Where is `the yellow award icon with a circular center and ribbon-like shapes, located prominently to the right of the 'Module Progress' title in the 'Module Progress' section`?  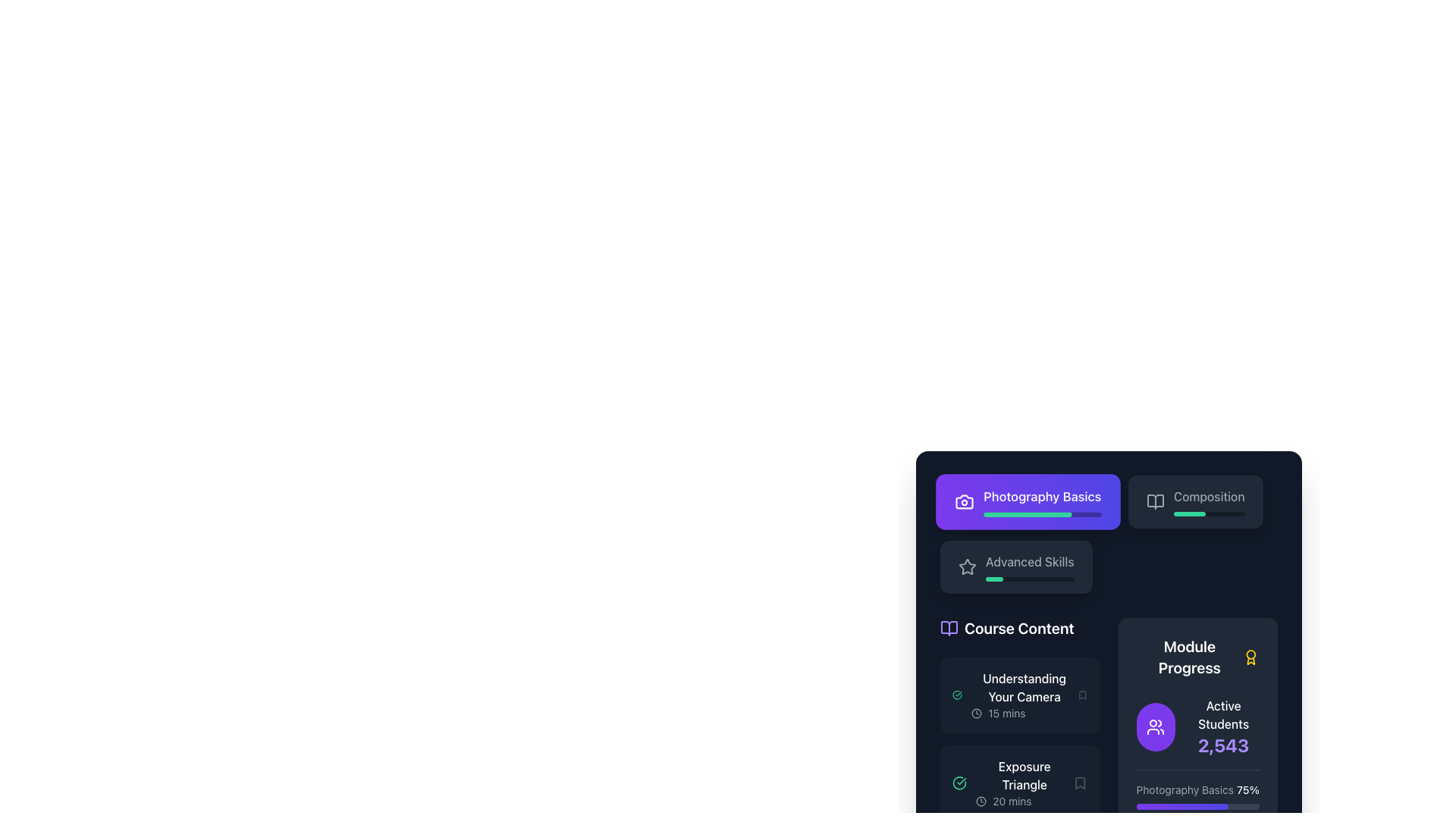
the yellow award icon with a circular center and ribbon-like shapes, located prominently to the right of the 'Module Progress' title in the 'Module Progress' section is located at coordinates (1251, 657).